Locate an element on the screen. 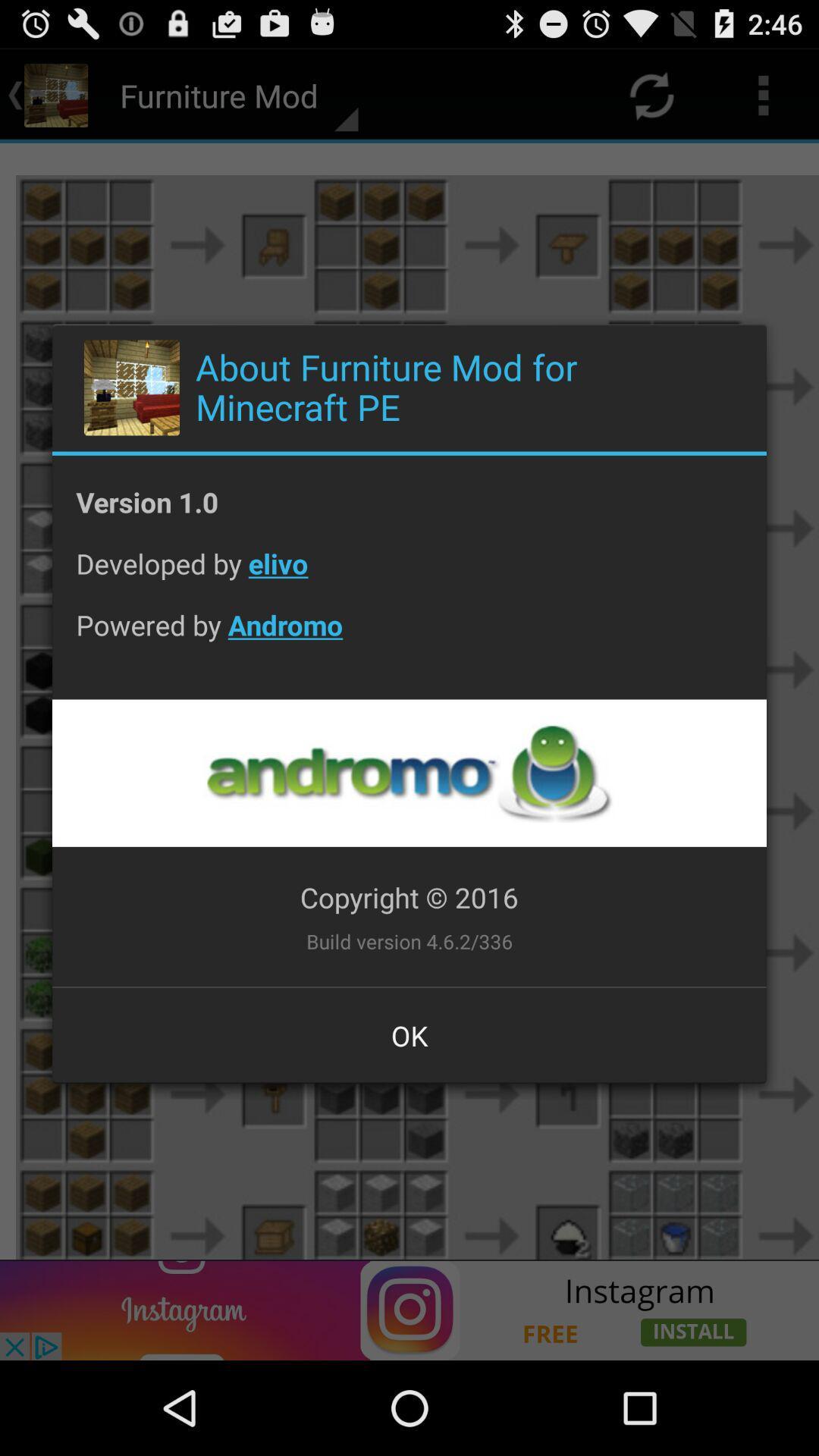 Image resolution: width=819 pixels, height=1456 pixels. ok icon is located at coordinates (409, 1034).